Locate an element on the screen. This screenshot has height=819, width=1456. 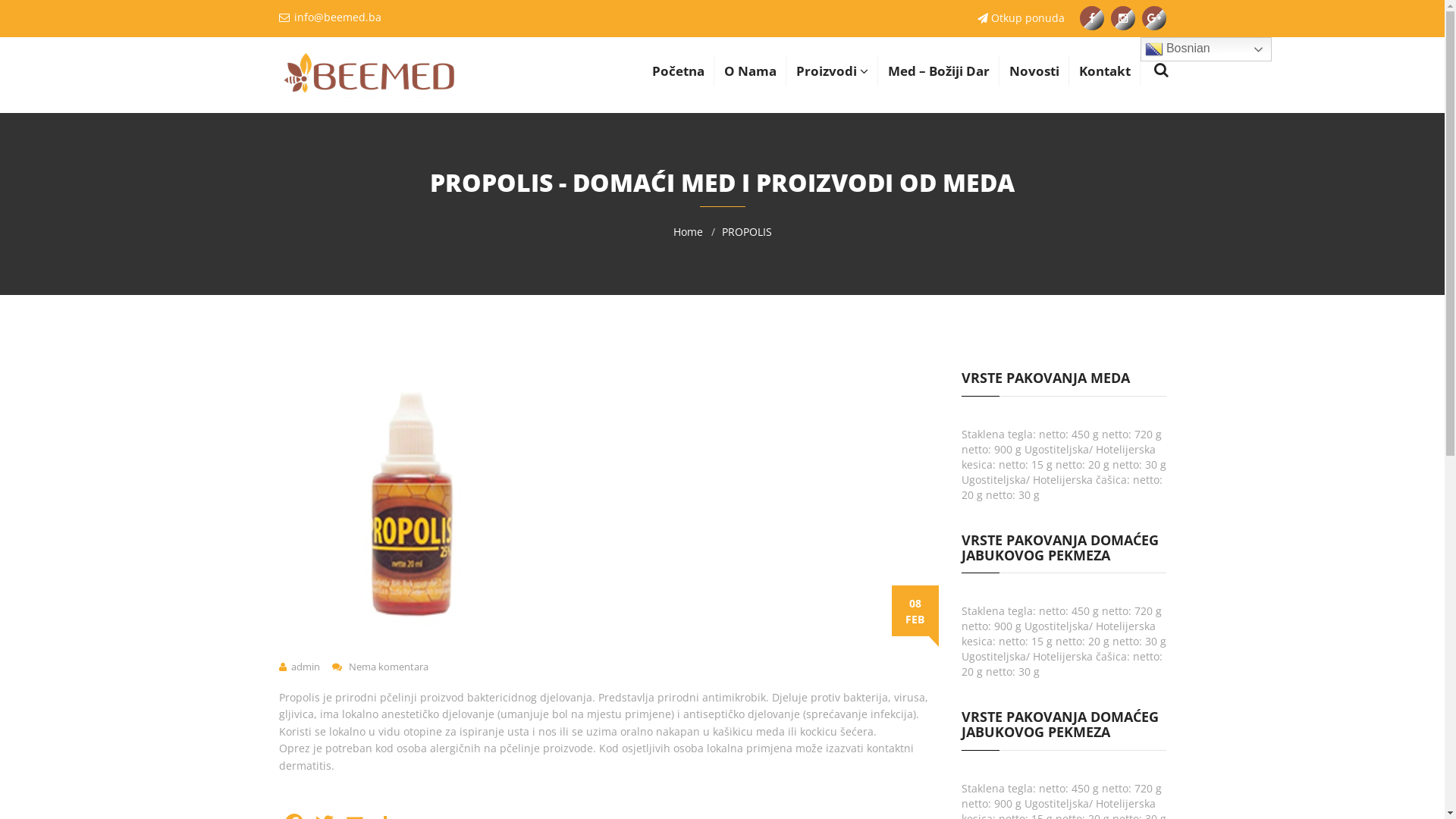
'Bosnian' is located at coordinates (1205, 49).